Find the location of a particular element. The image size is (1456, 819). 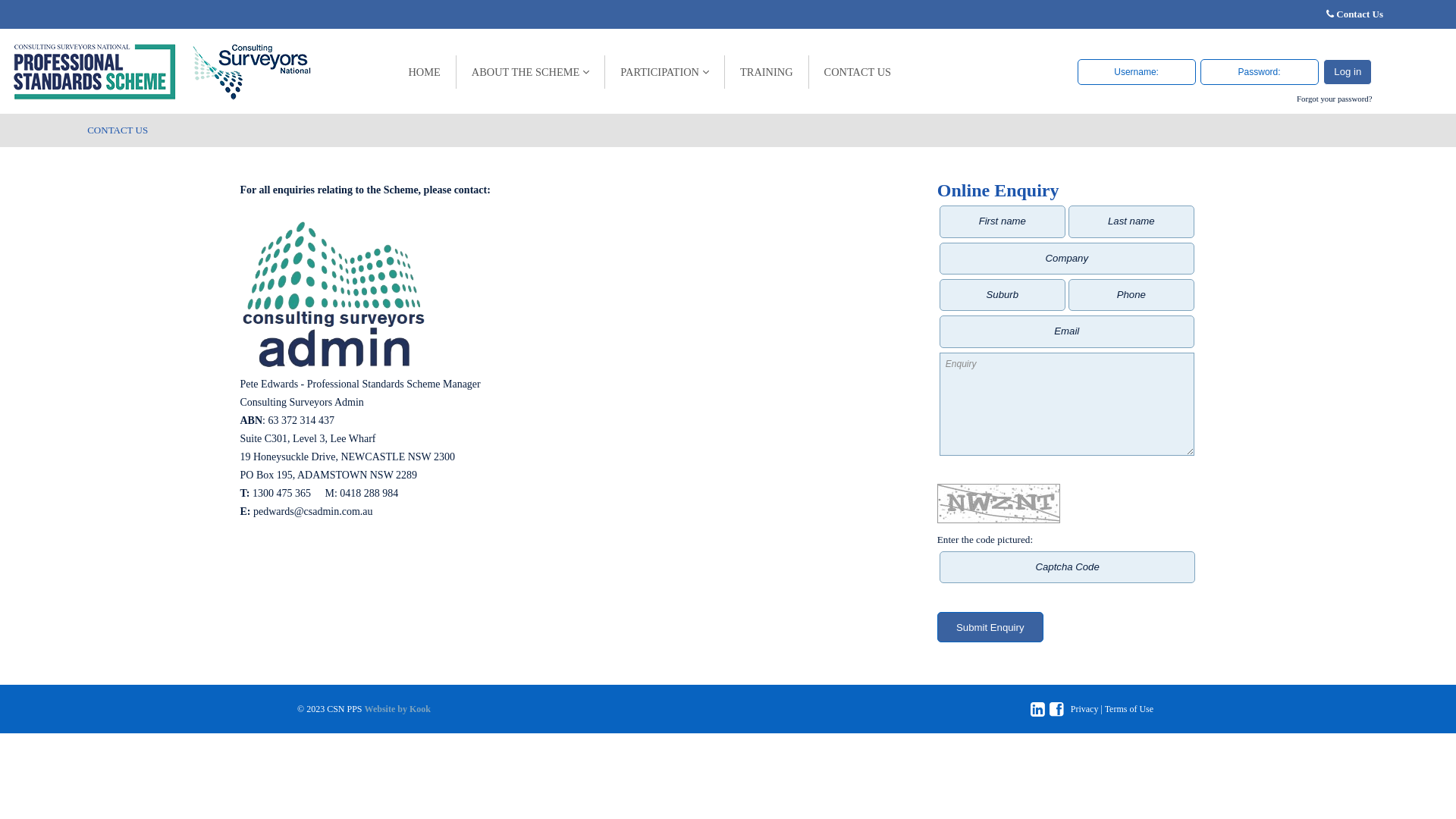

'TRAINING' is located at coordinates (767, 72).